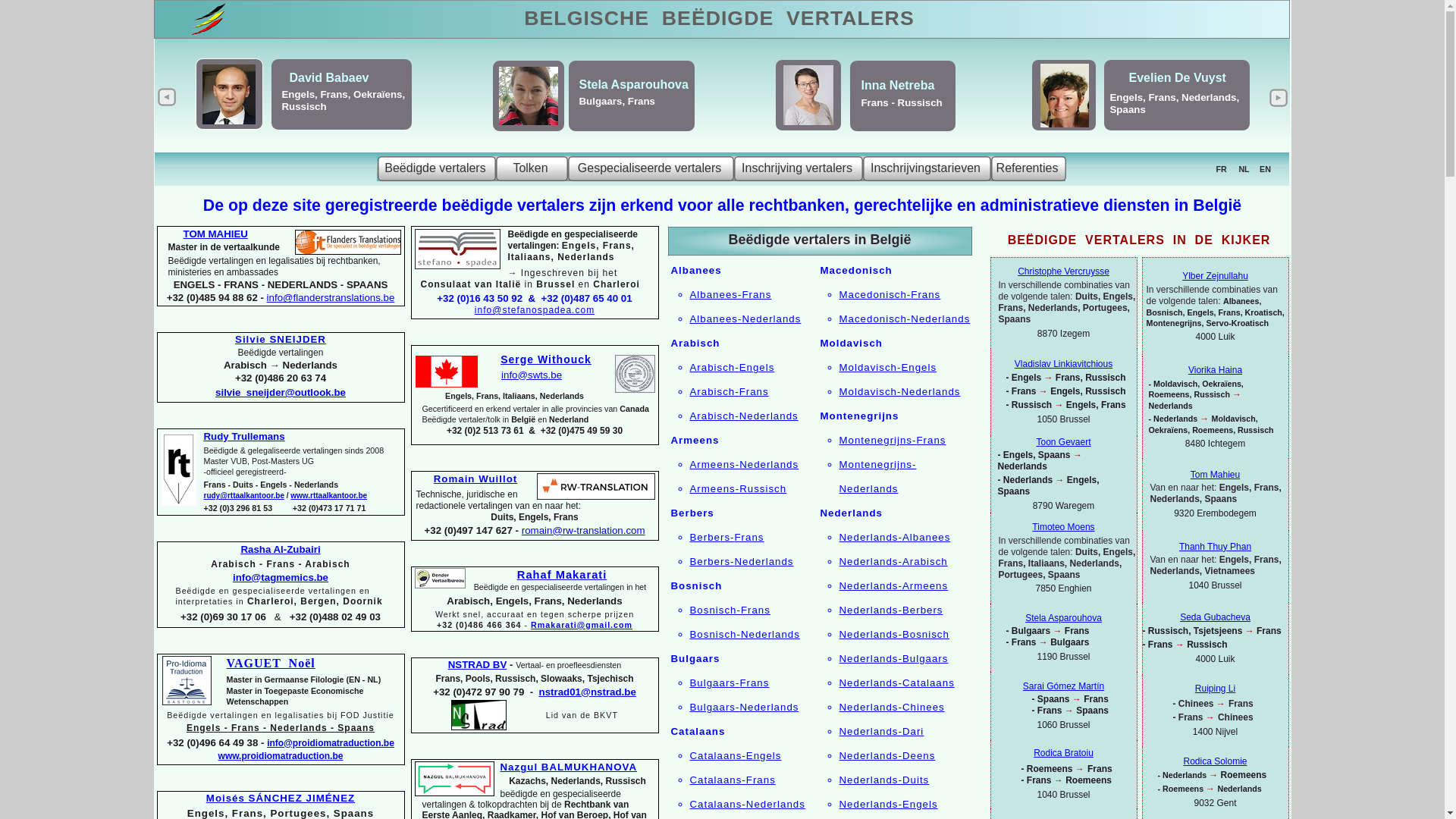 The image size is (1456, 819). Describe the element at coordinates (1220, 169) in the screenshot. I see `'FR'` at that location.